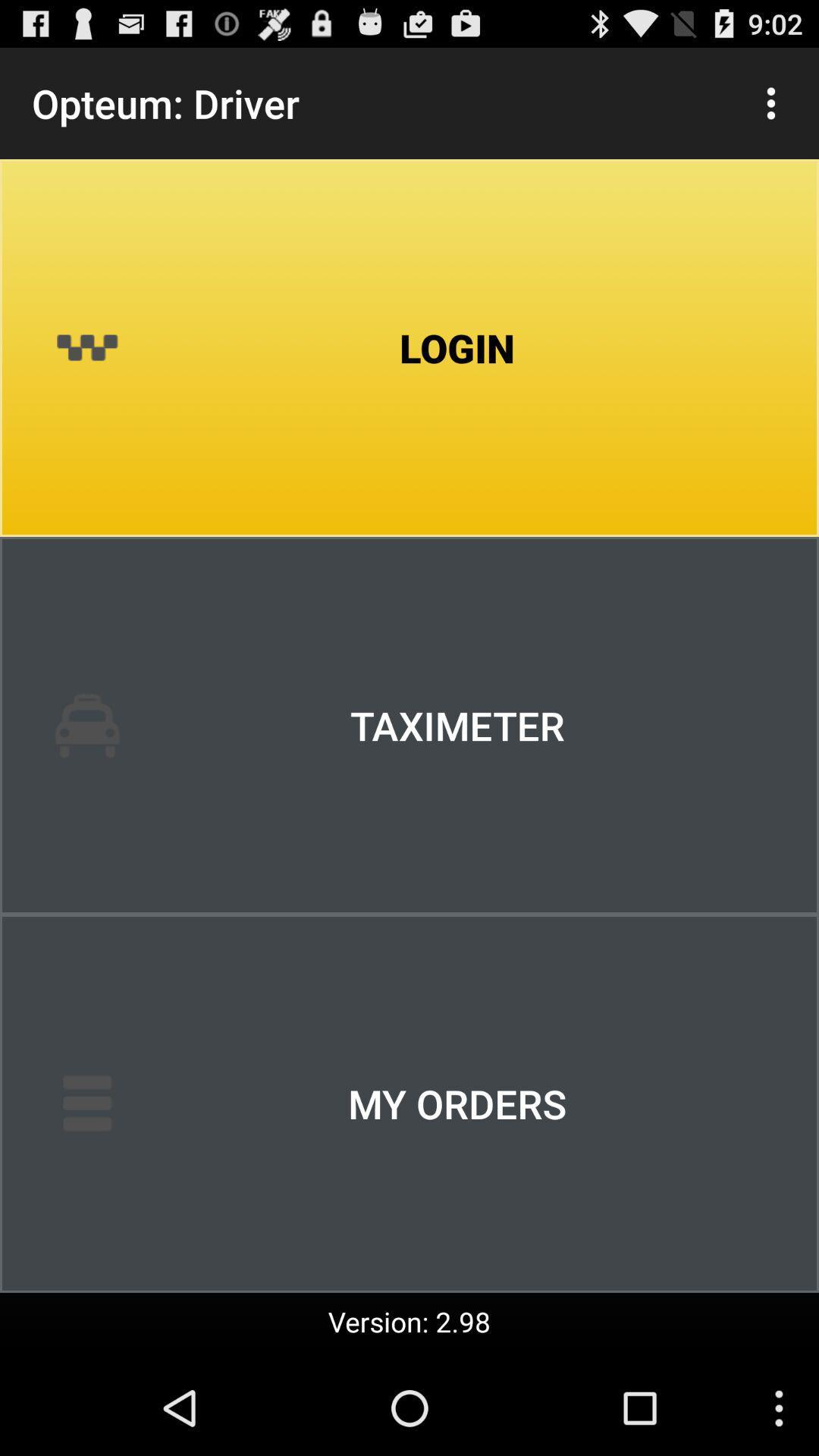 The height and width of the screenshot is (1456, 819). Describe the element at coordinates (409, 724) in the screenshot. I see `the item above my orders icon` at that location.